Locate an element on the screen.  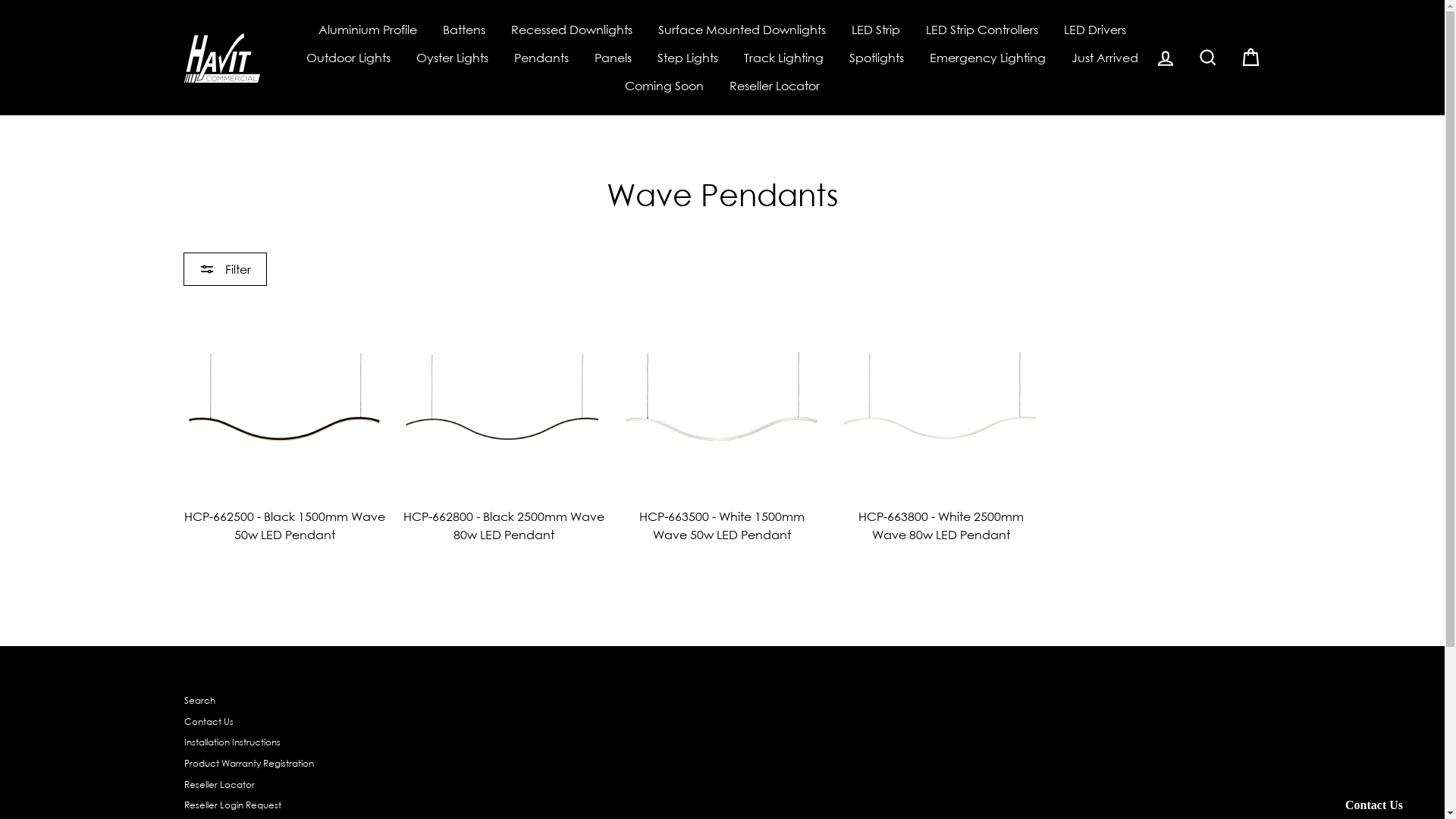
'Emergency Lighting' is located at coordinates (987, 56).